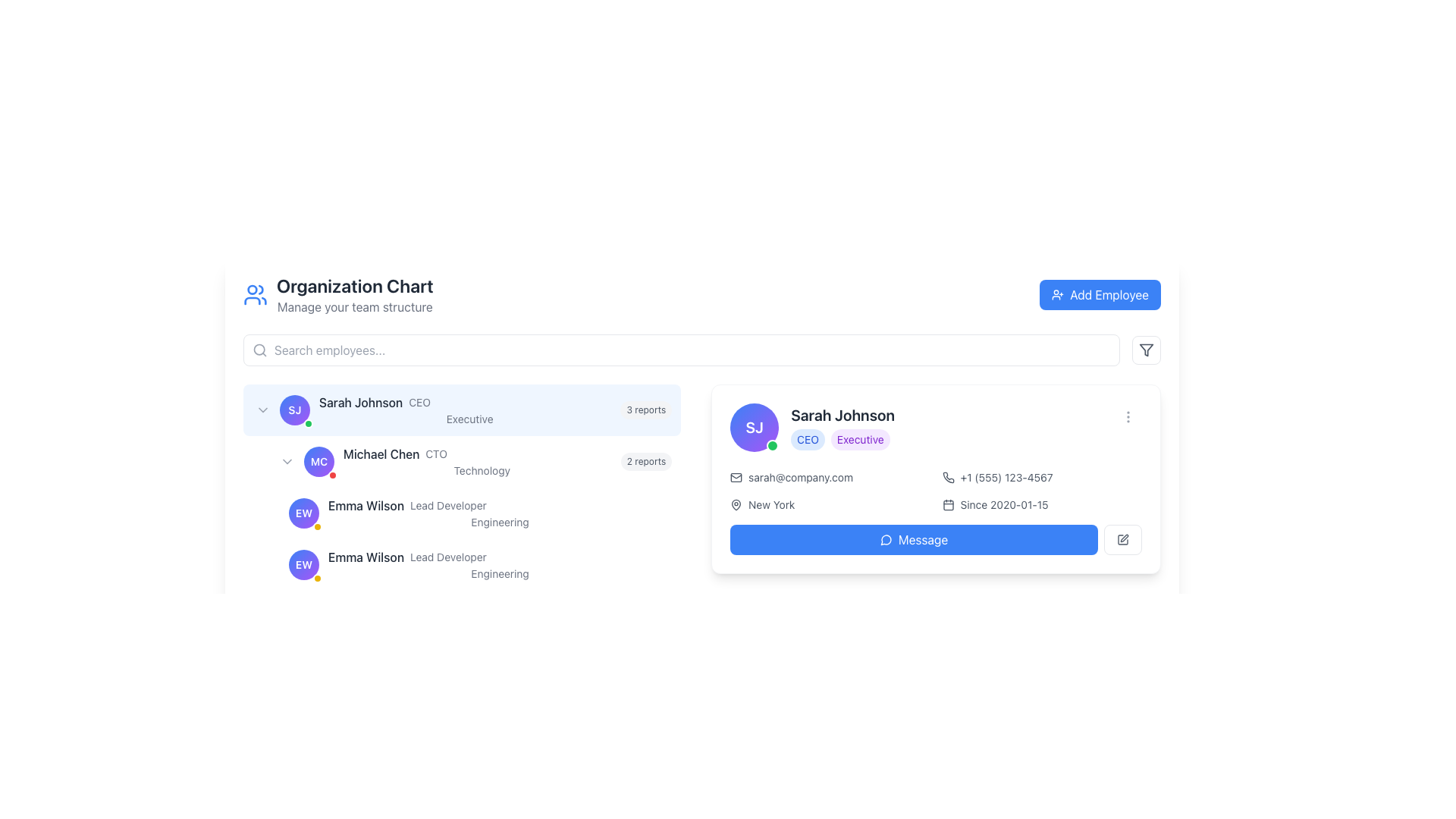  What do you see at coordinates (736, 505) in the screenshot?
I see `the map pin icon located to the left of the text 'New York' in the contact information panel of the detailed user card` at bounding box center [736, 505].